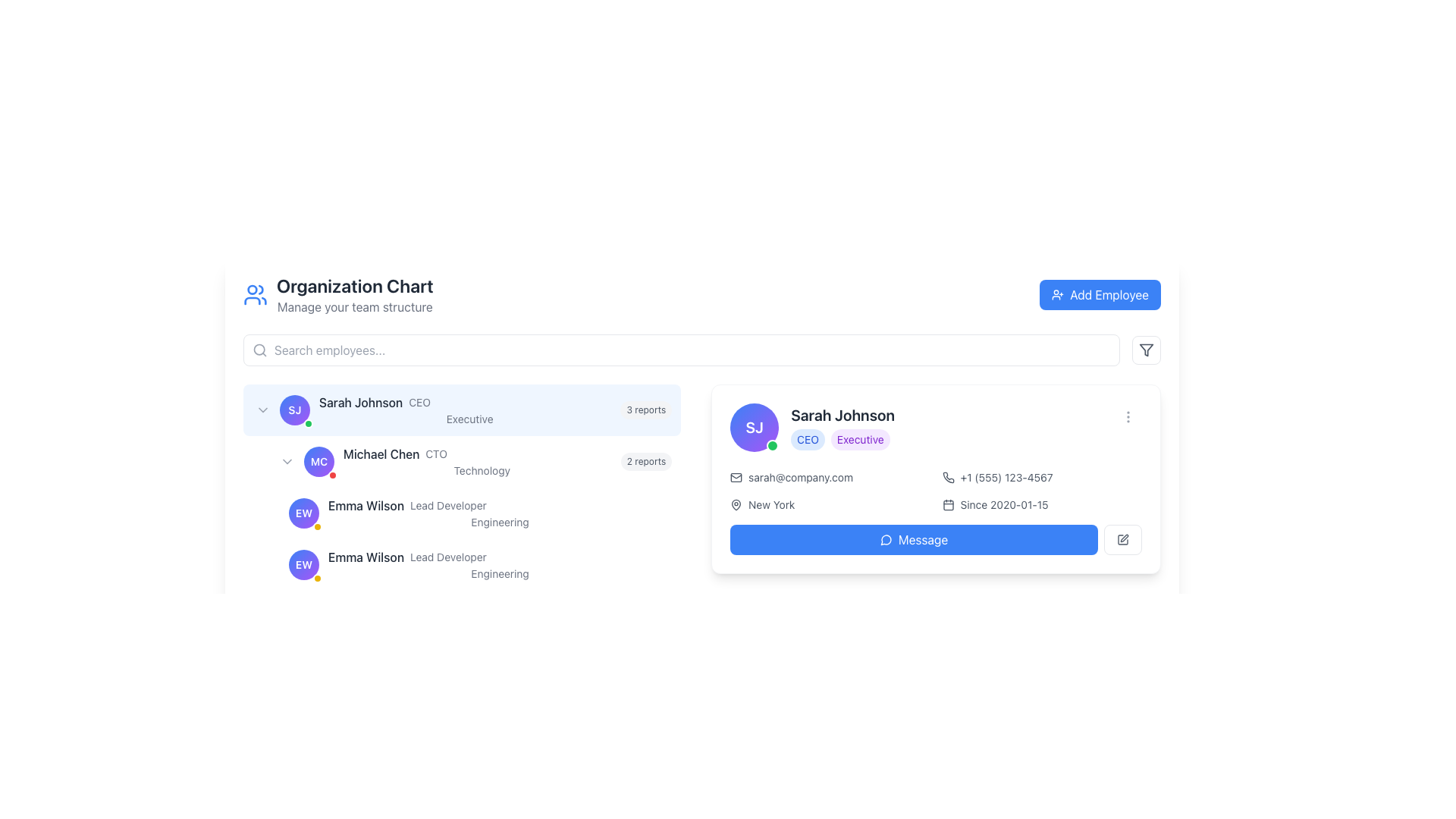  What do you see at coordinates (736, 505) in the screenshot?
I see `the map pin icon located to the left of the text 'New York' in the contact information panel of the detailed user card` at bounding box center [736, 505].